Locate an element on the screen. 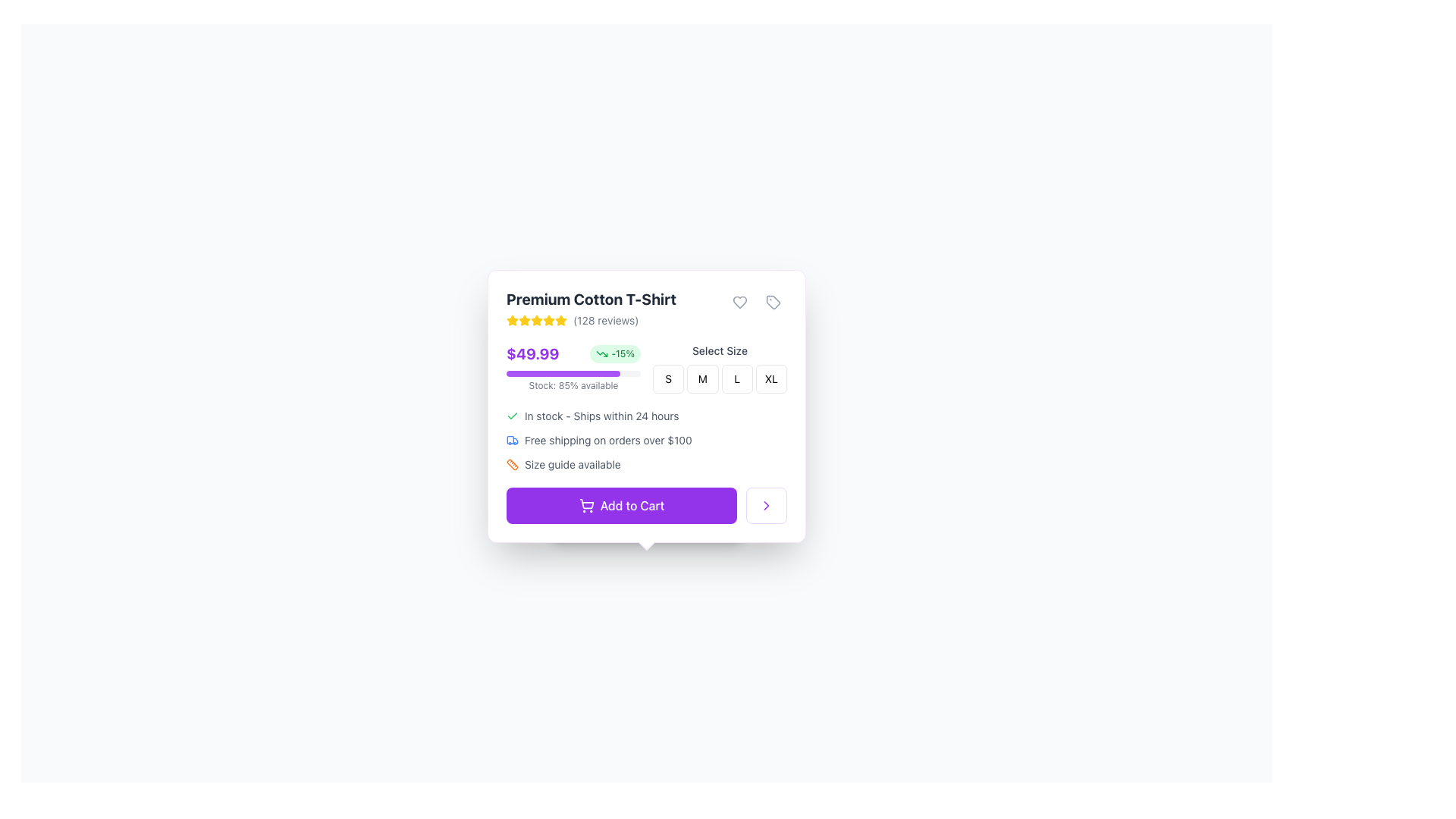  the heart-shaped icon button located at the top-right corner of the card to change its color from gray to rose red is located at coordinates (739, 302).